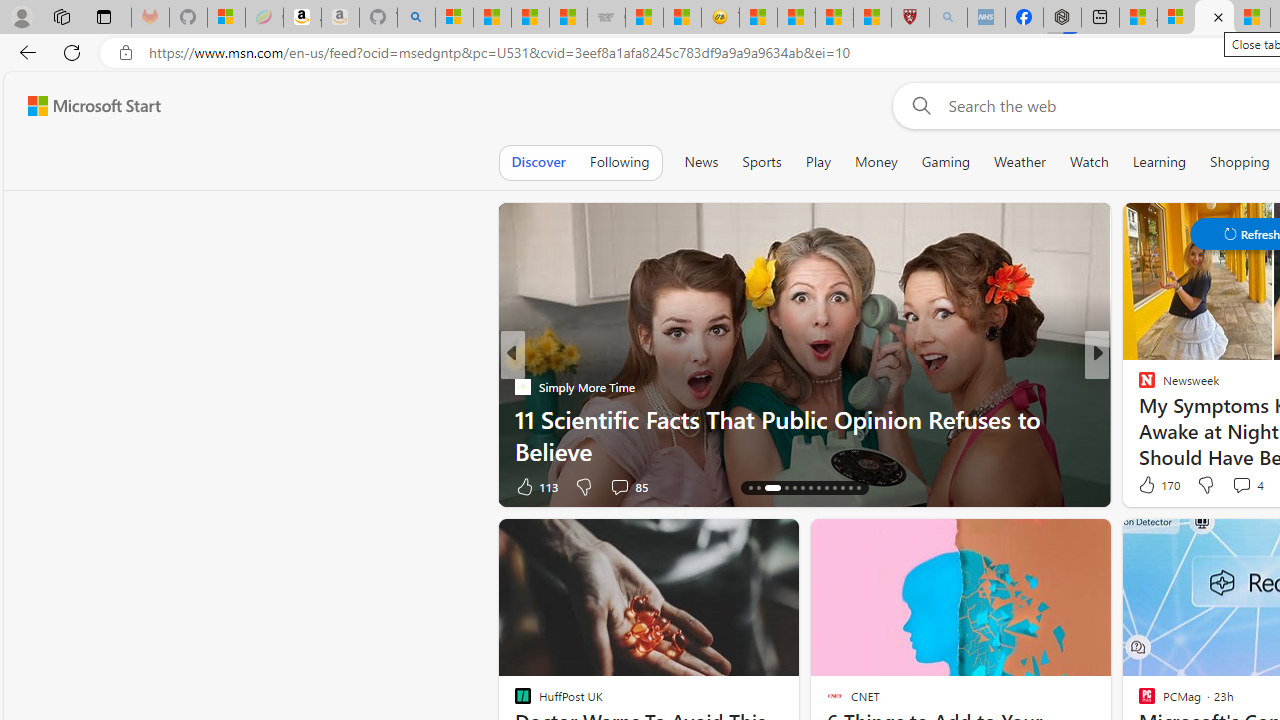 The height and width of the screenshot is (720, 1280). What do you see at coordinates (817, 161) in the screenshot?
I see `'Play'` at bounding box center [817, 161].